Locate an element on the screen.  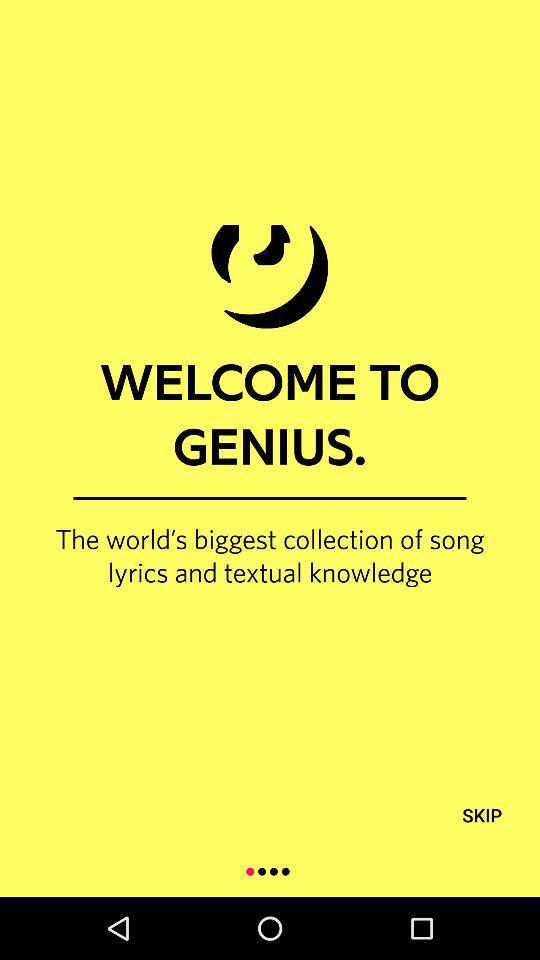
icon at the bottom right corner is located at coordinates (481, 815).